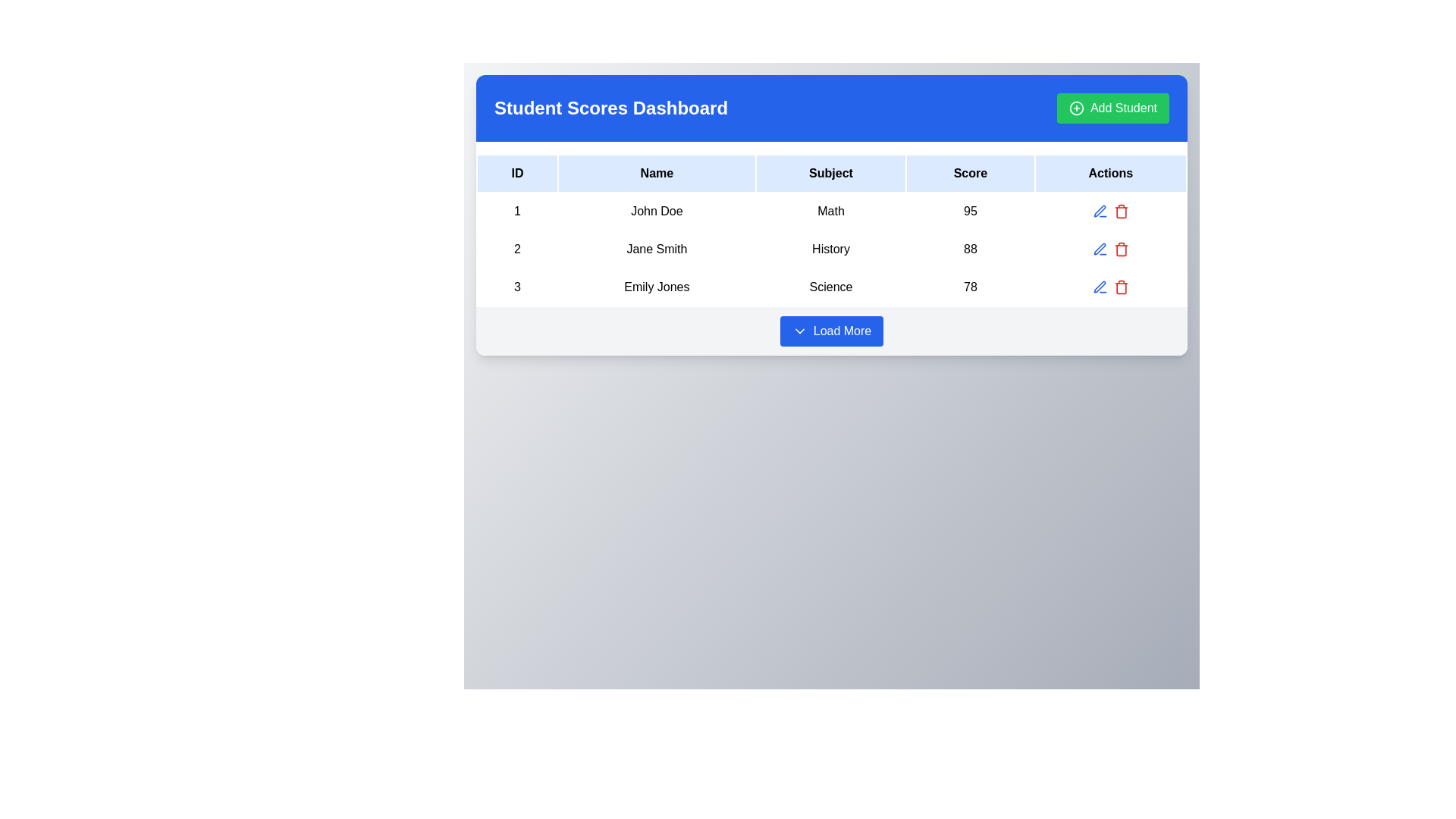 The height and width of the screenshot is (819, 1456). Describe the element at coordinates (1075, 107) in the screenshot. I see `the circular '+' icon within the 'Add Student' button located in the top-right corner of the dashboard header area` at that location.